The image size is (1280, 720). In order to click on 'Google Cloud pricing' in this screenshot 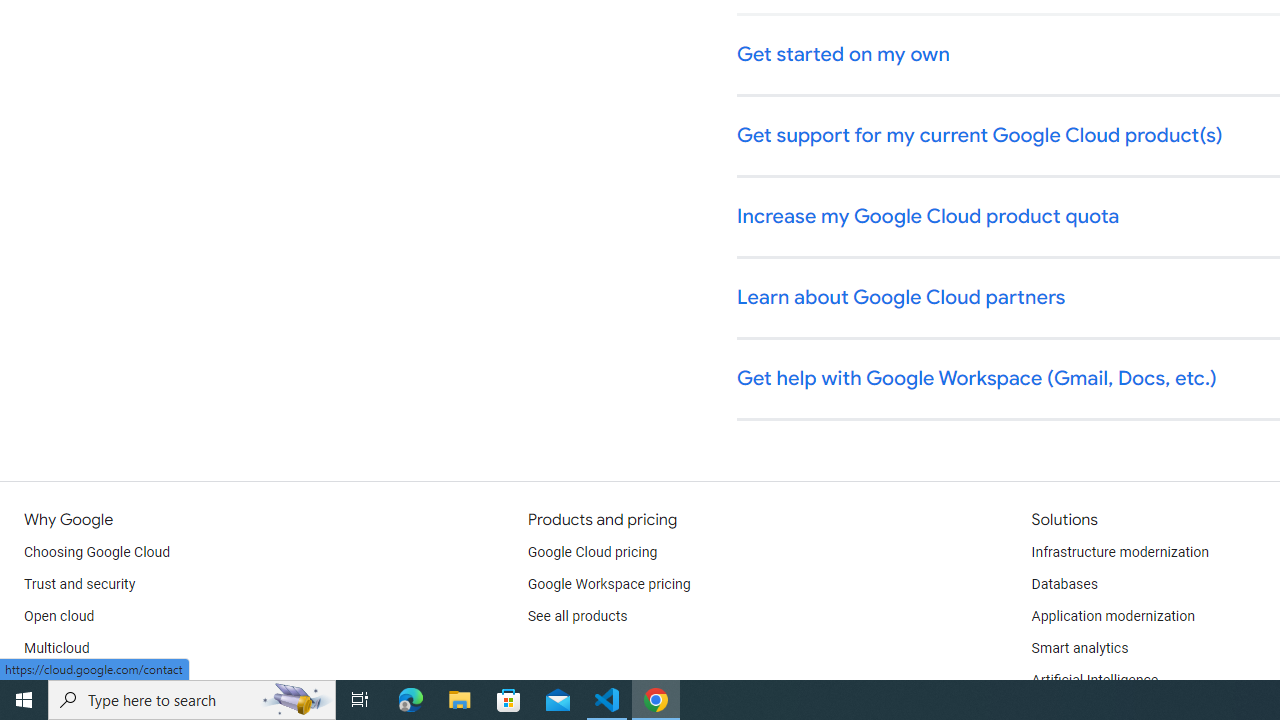, I will do `click(591, 552)`.